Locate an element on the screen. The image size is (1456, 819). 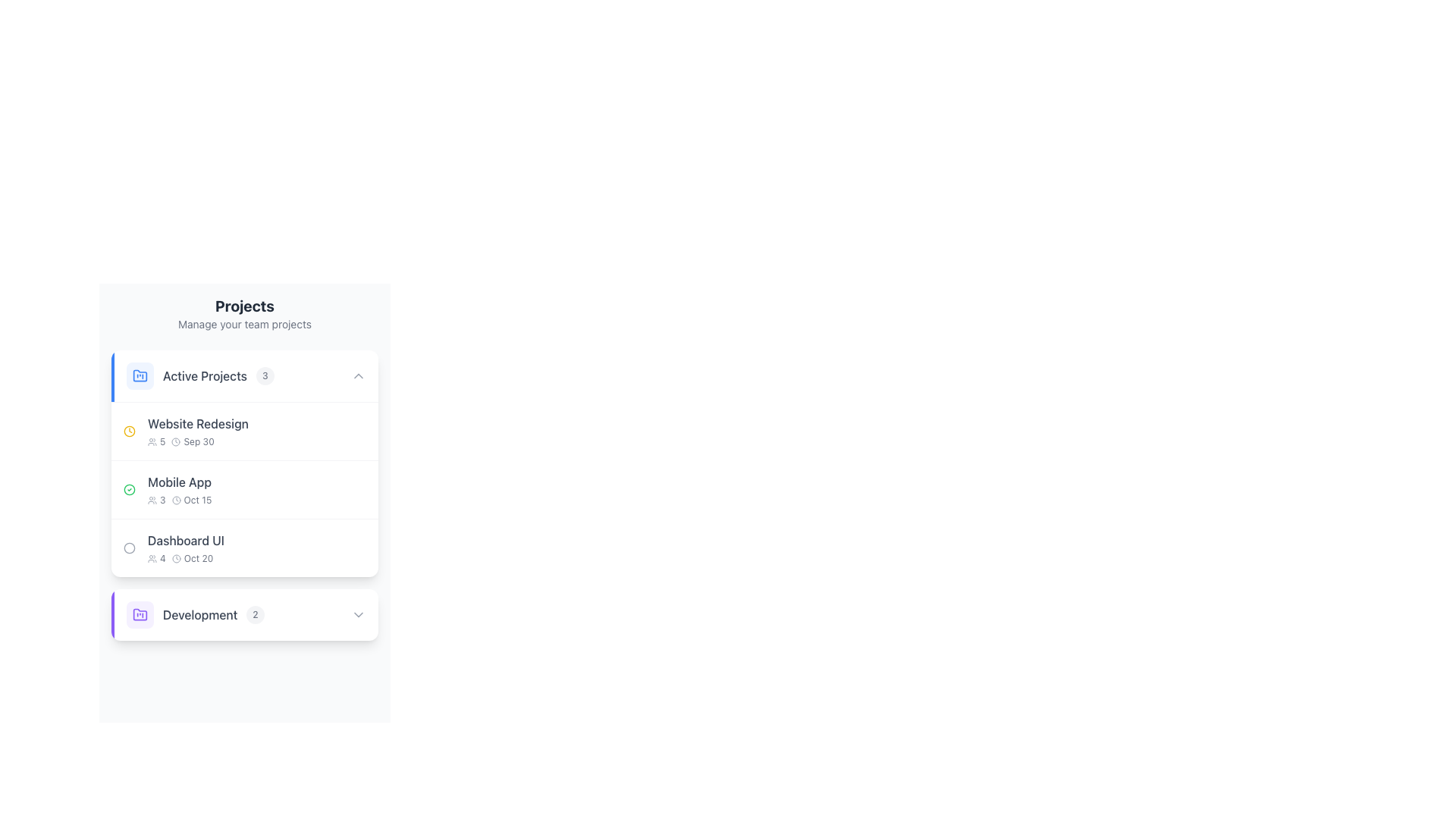
the project card representing the 'Website Redesign' project in the 'Active Projects' section of the 'Projects' interface is located at coordinates (197, 431).